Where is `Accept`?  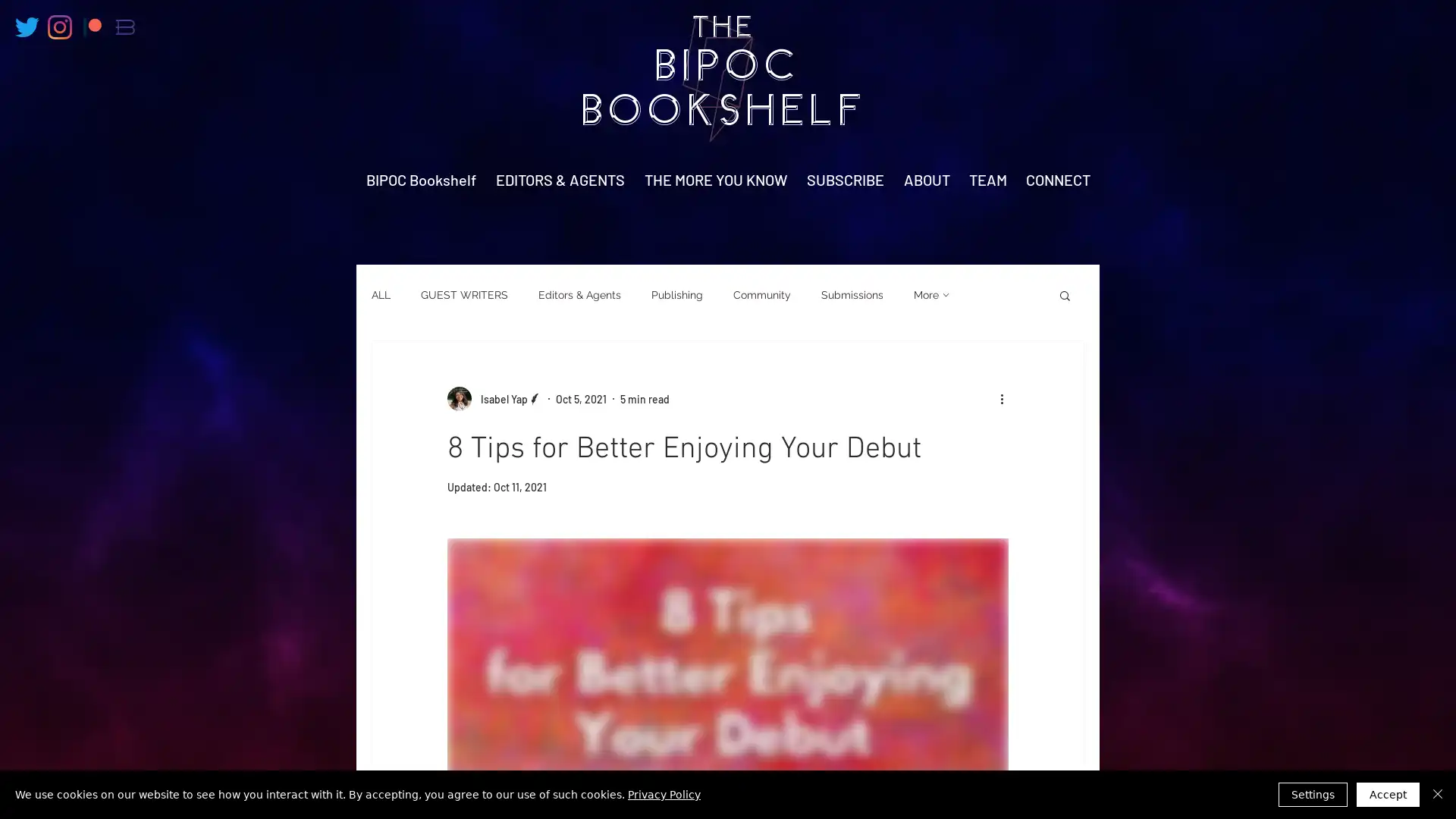 Accept is located at coordinates (1388, 794).